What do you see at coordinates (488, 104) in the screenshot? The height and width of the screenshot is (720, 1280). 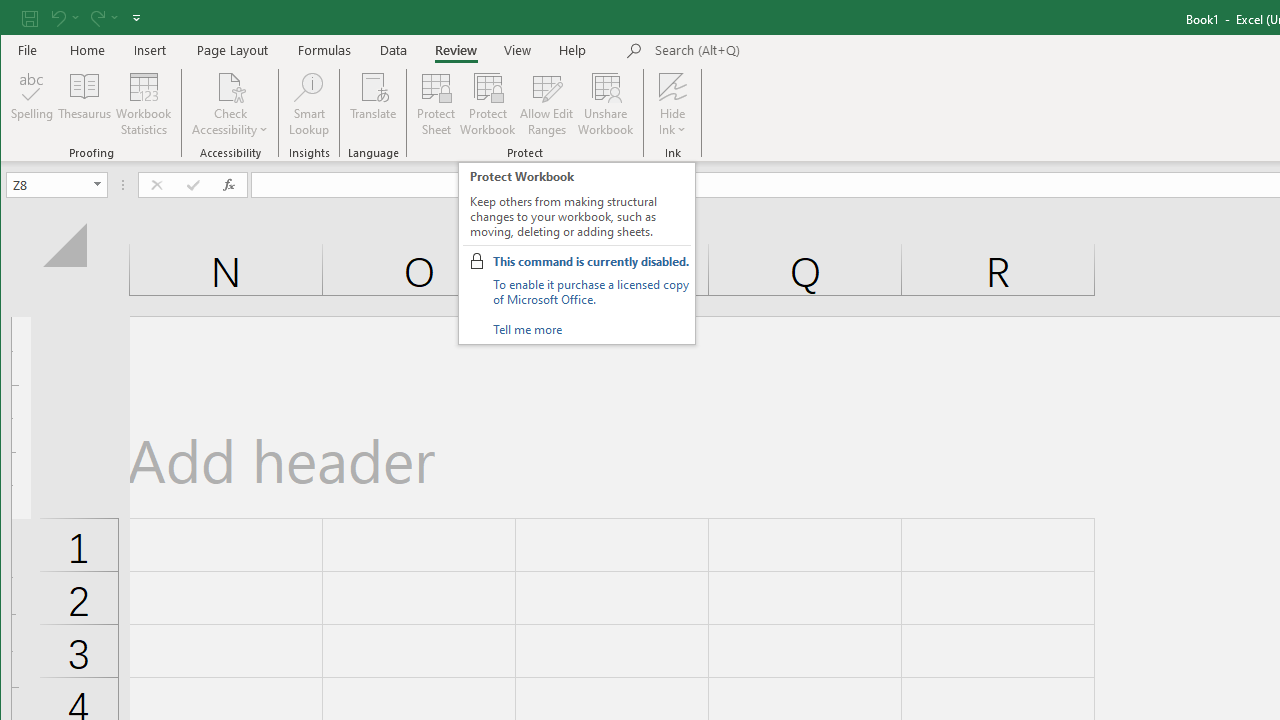 I see `'Protect Workbook...'` at bounding box center [488, 104].